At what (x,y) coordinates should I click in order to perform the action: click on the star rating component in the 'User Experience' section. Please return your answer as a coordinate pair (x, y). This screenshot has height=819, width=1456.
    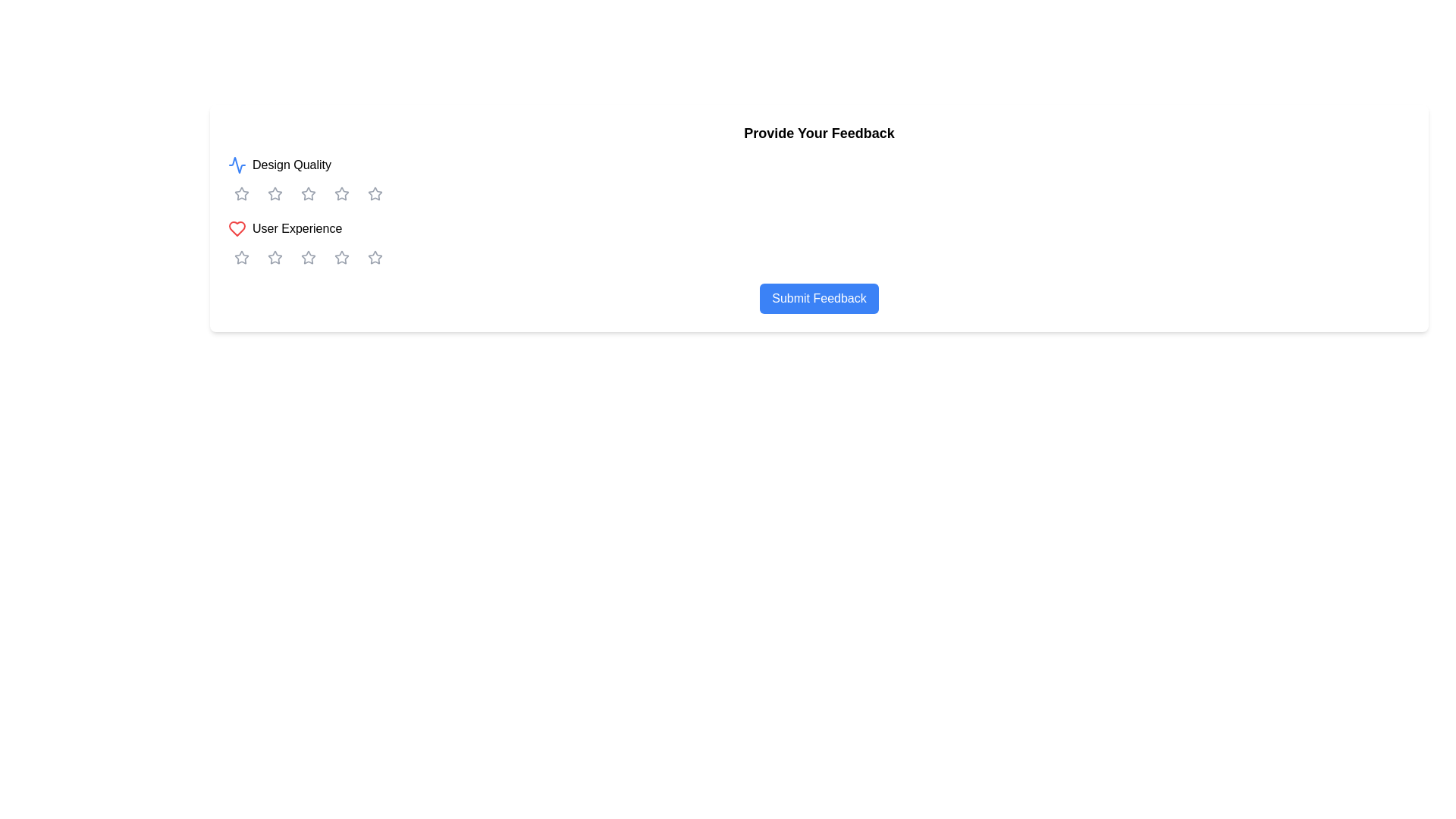
    Looking at the image, I should click on (818, 256).